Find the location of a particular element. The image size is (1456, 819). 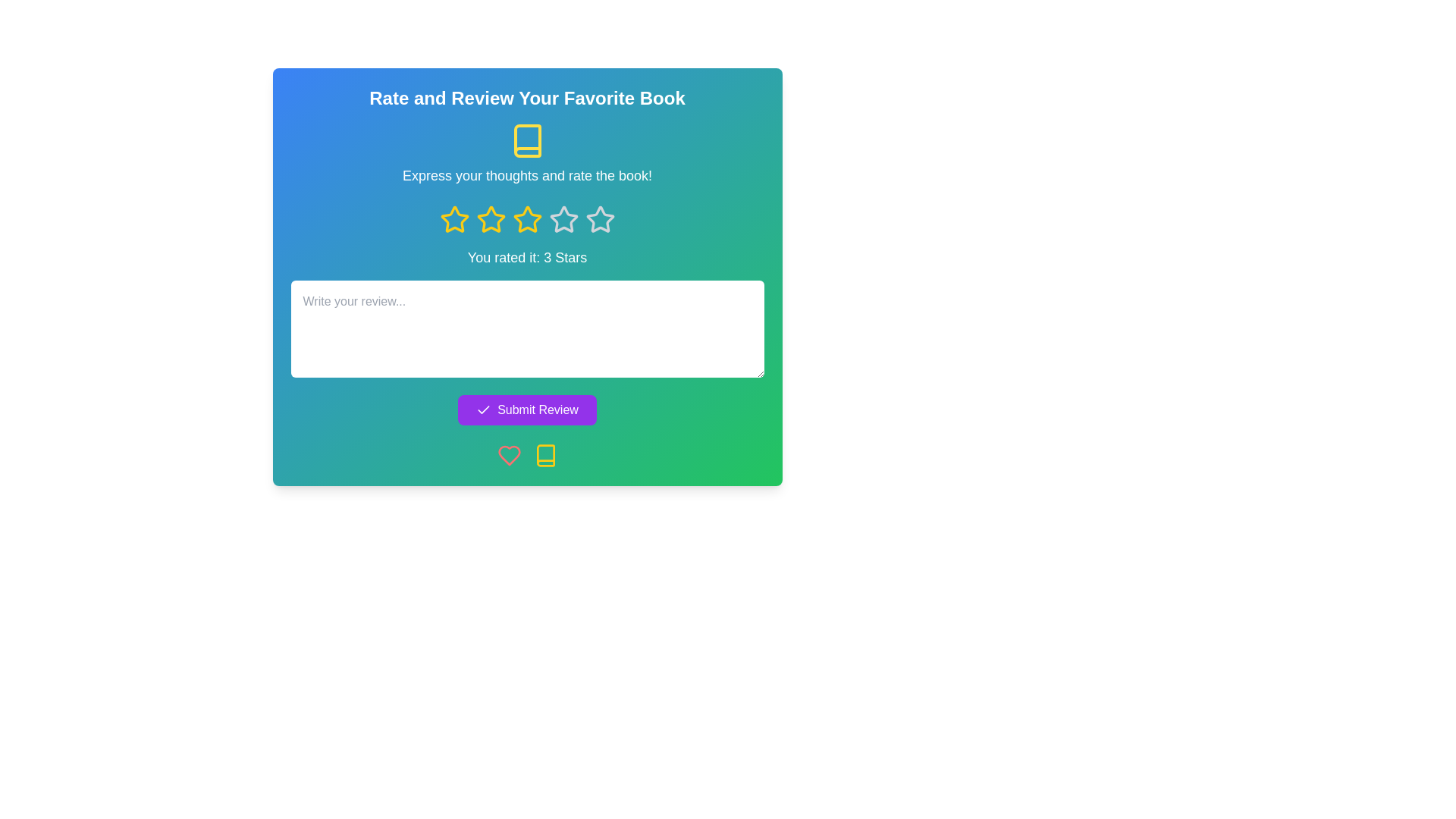

the heart symbol icon located at the bottom section of the interface is located at coordinates (509, 455).